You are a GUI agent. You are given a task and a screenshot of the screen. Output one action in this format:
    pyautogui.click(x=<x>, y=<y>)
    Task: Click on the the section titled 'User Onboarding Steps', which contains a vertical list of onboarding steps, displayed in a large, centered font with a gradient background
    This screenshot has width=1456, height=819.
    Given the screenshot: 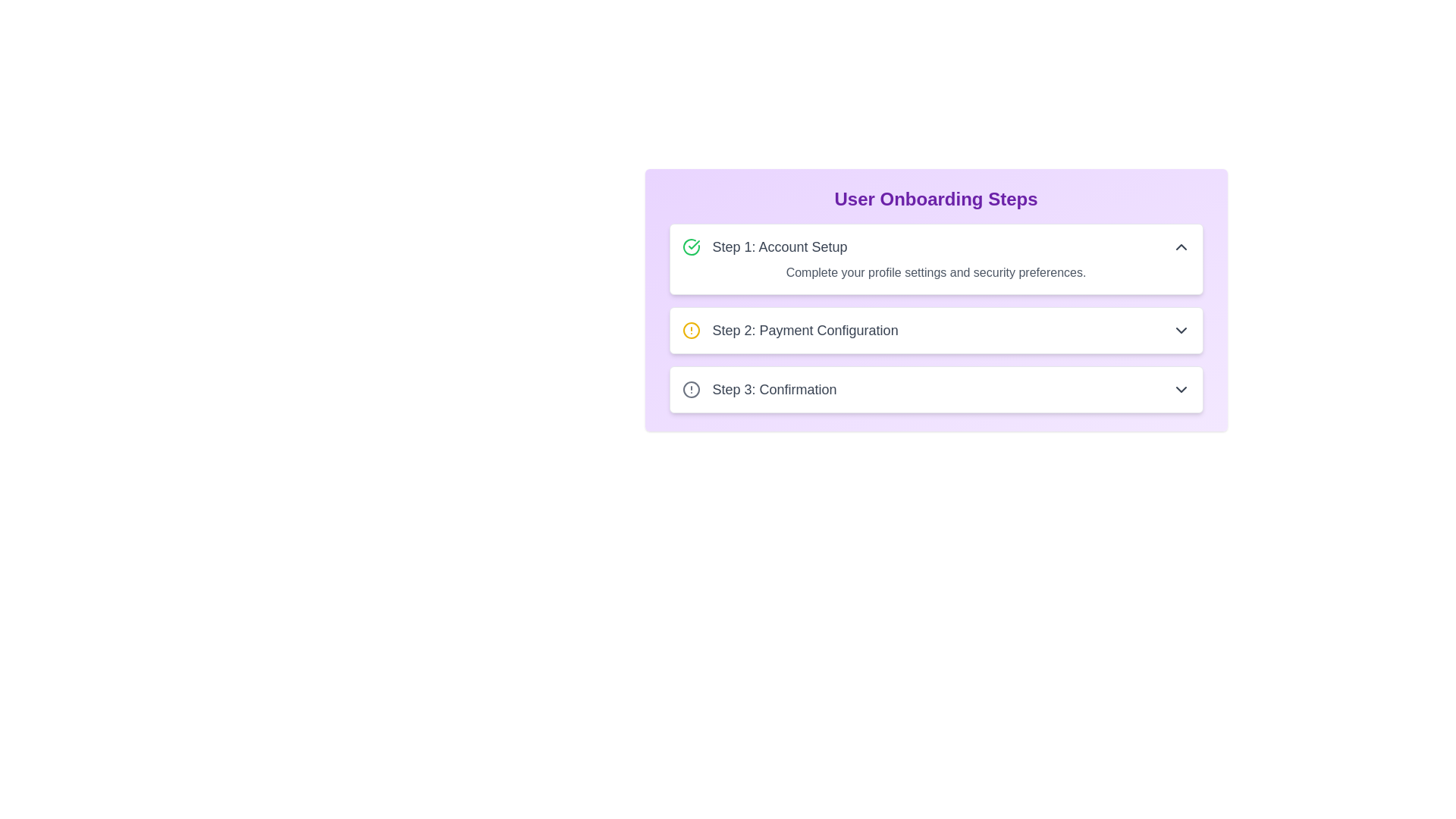 What is the action you would take?
    pyautogui.click(x=935, y=300)
    